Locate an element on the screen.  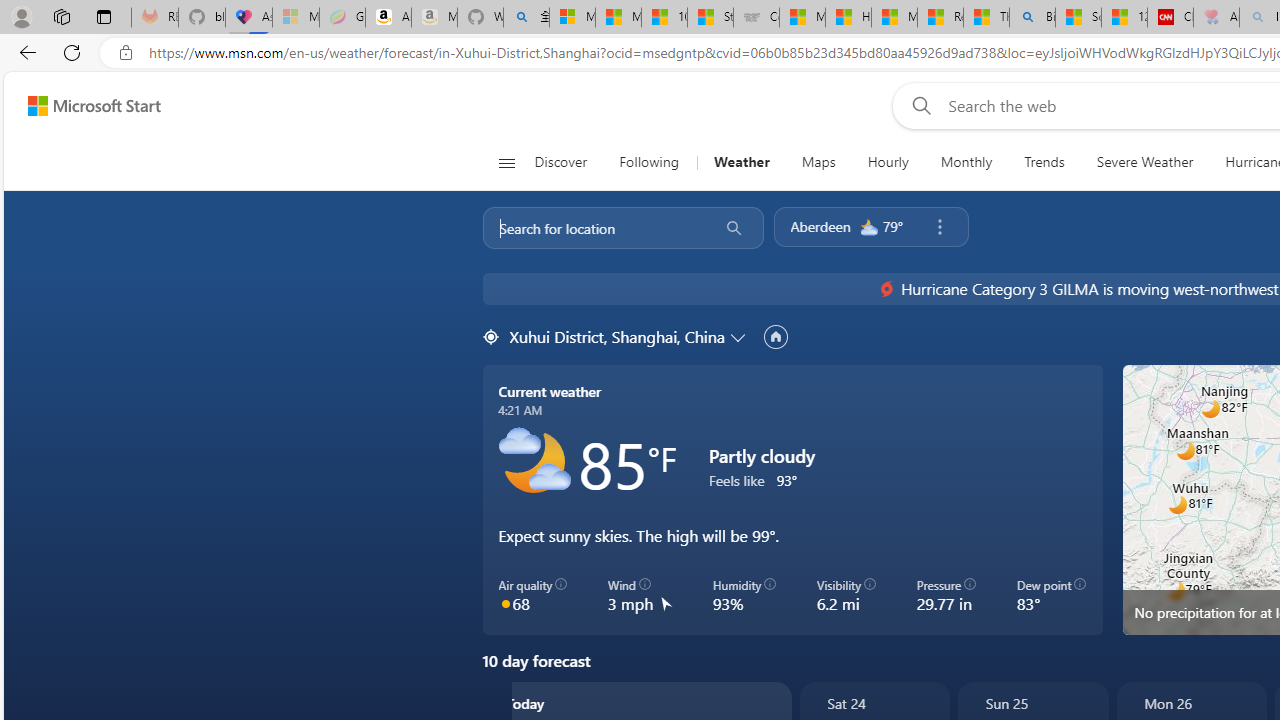
'Class: aqiColorCycle-DS-EntryPoint1-1' is located at coordinates (505, 602).